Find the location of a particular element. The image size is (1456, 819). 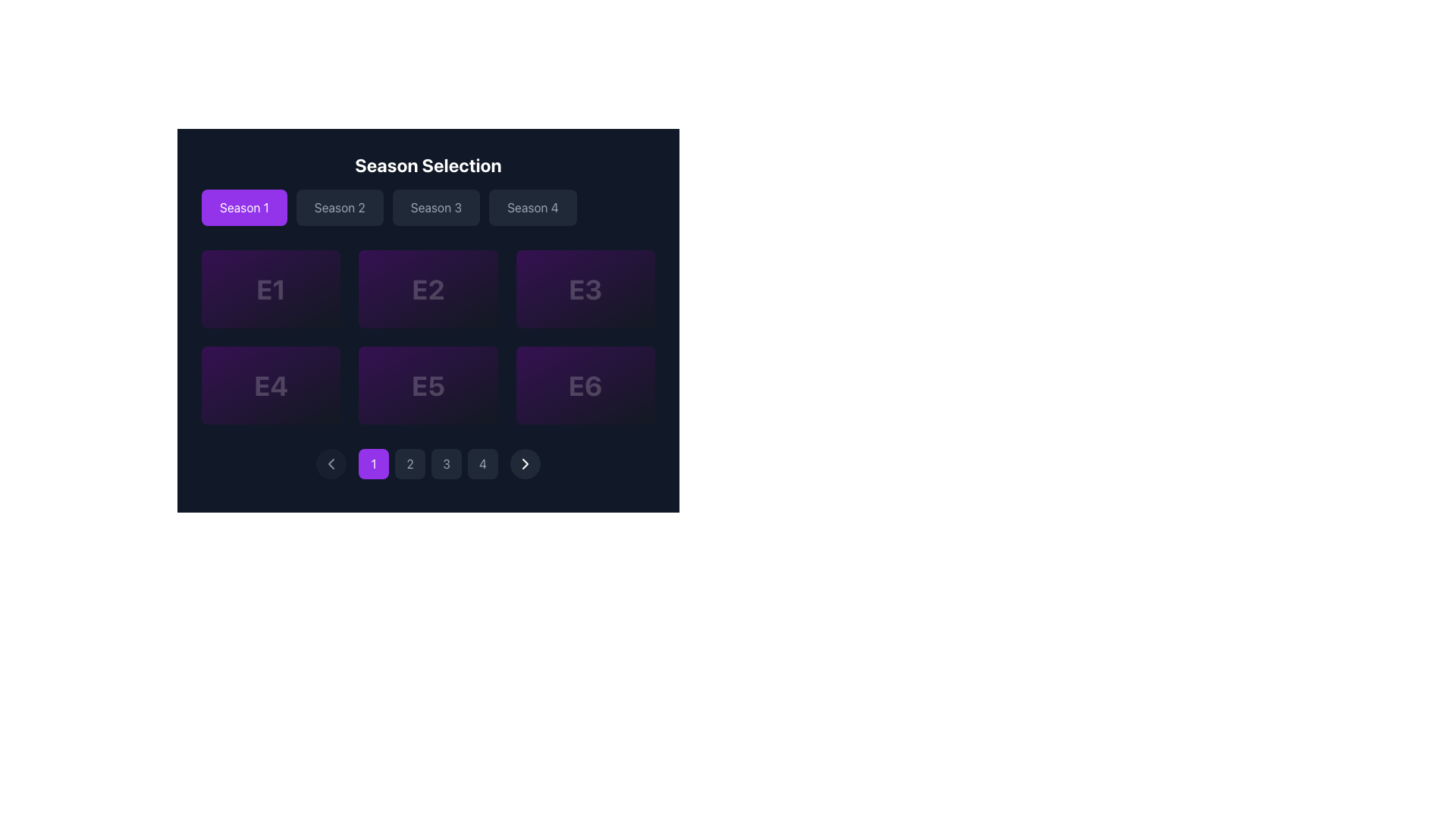

the element labeled 'E1', which is positioned in the first row and first column of a grid layout is located at coordinates (271, 289).